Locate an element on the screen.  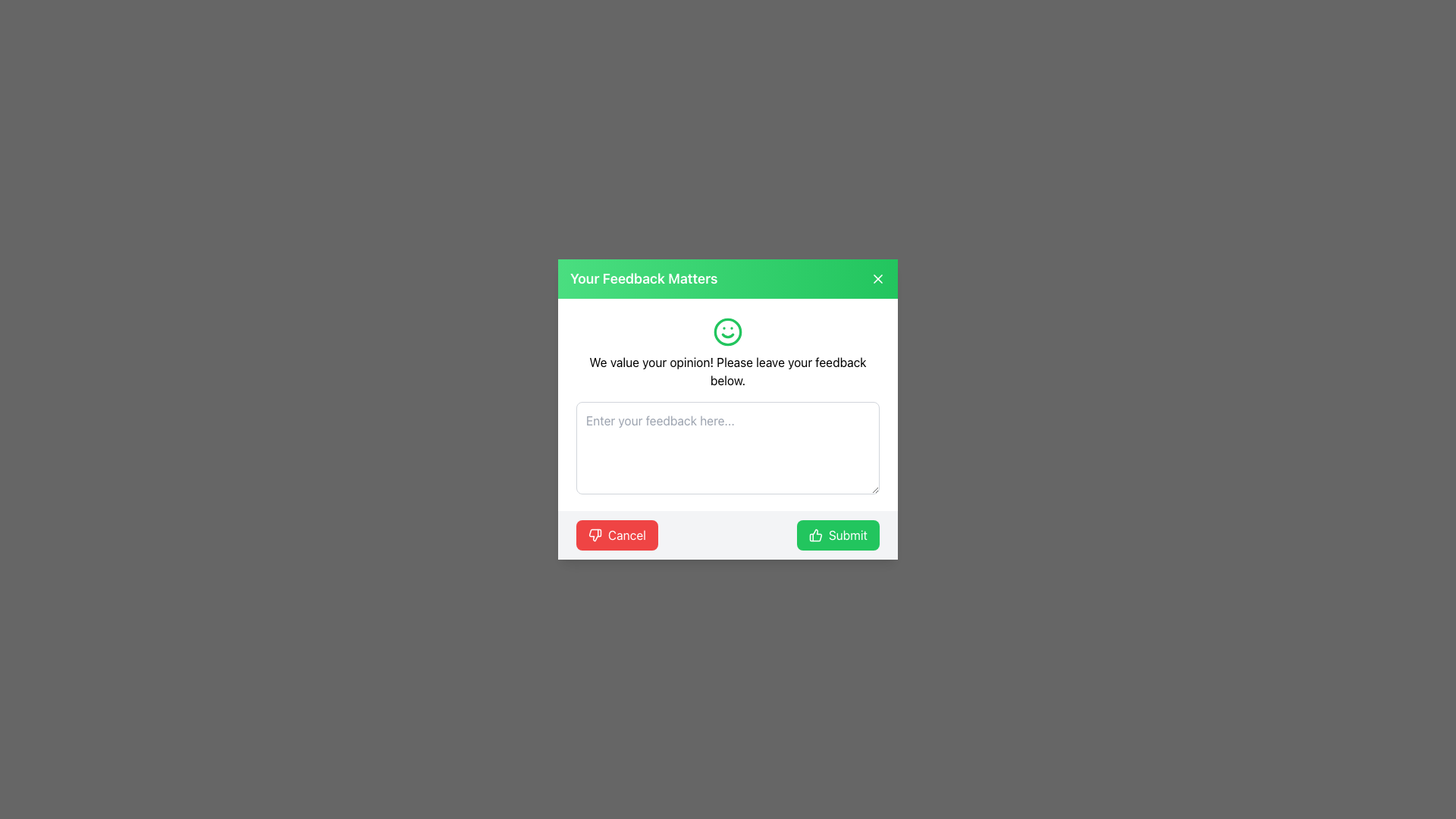
the negative feedback icon located in the bottom-left area of the modal box, to the left of the 'Cancel' button is located at coordinates (595, 534).